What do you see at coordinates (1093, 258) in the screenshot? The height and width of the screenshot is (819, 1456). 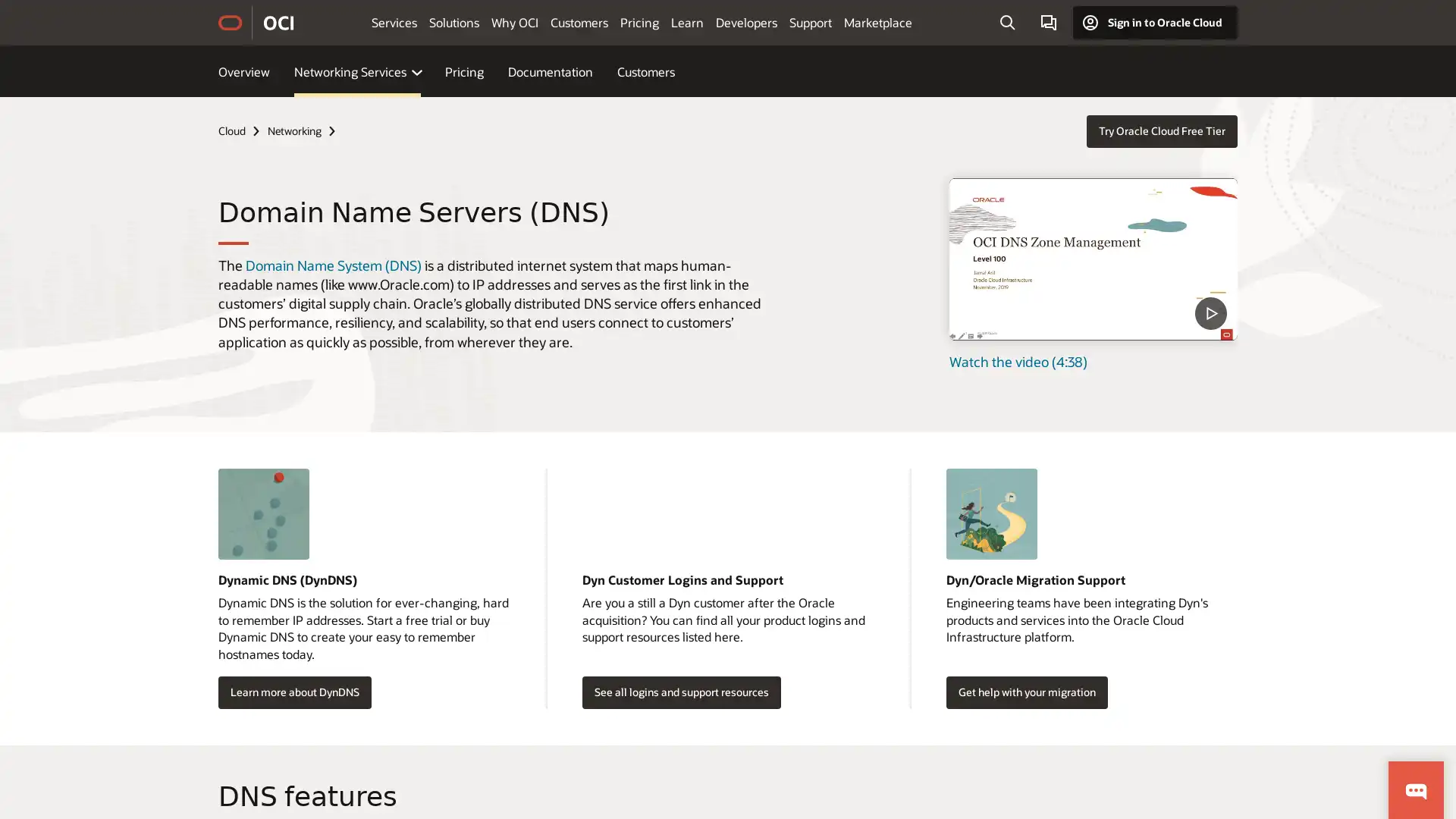 I see `DNS Zone Management - Level 100 - Part 1 - What is DNS video` at bounding box center [1093, 258].